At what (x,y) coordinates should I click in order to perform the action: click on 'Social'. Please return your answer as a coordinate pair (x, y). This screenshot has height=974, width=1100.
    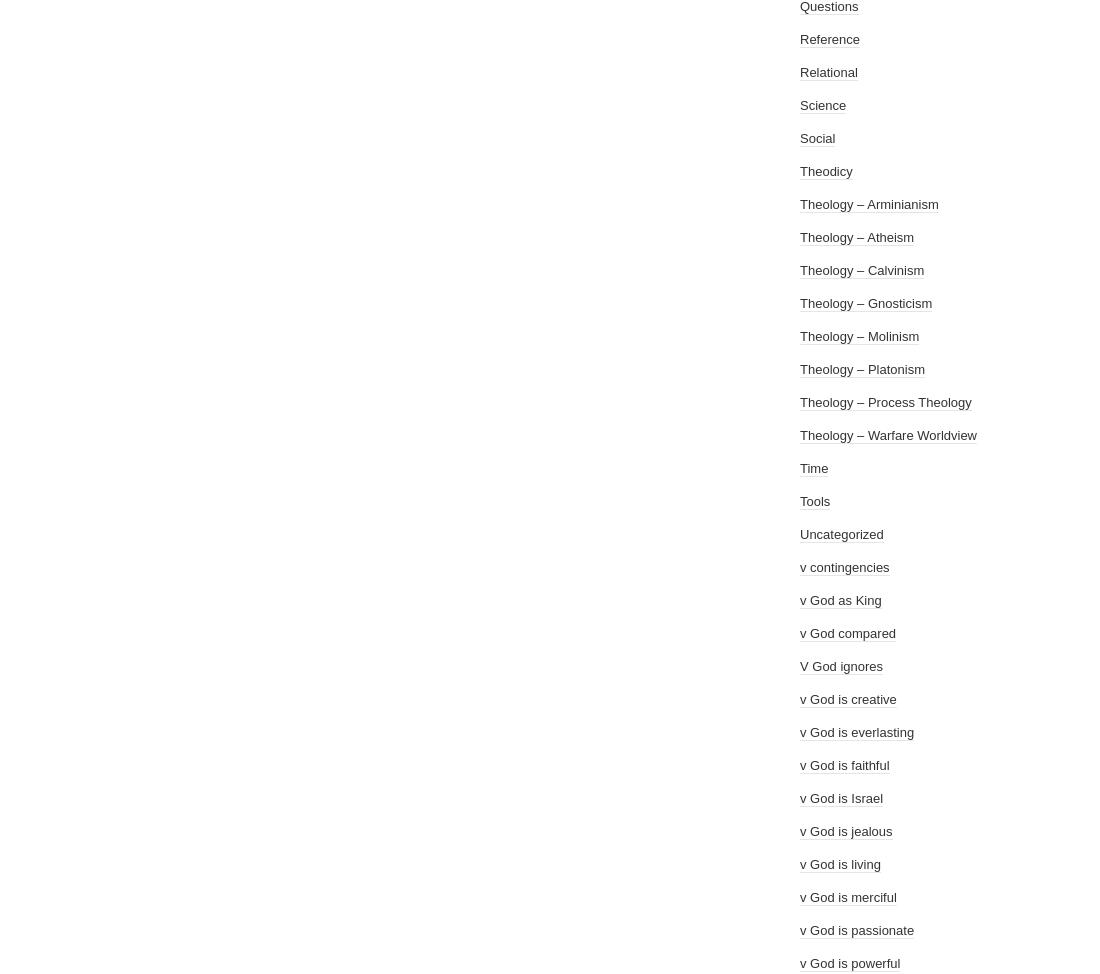
    Looking at the image, I should click on (817, 137).